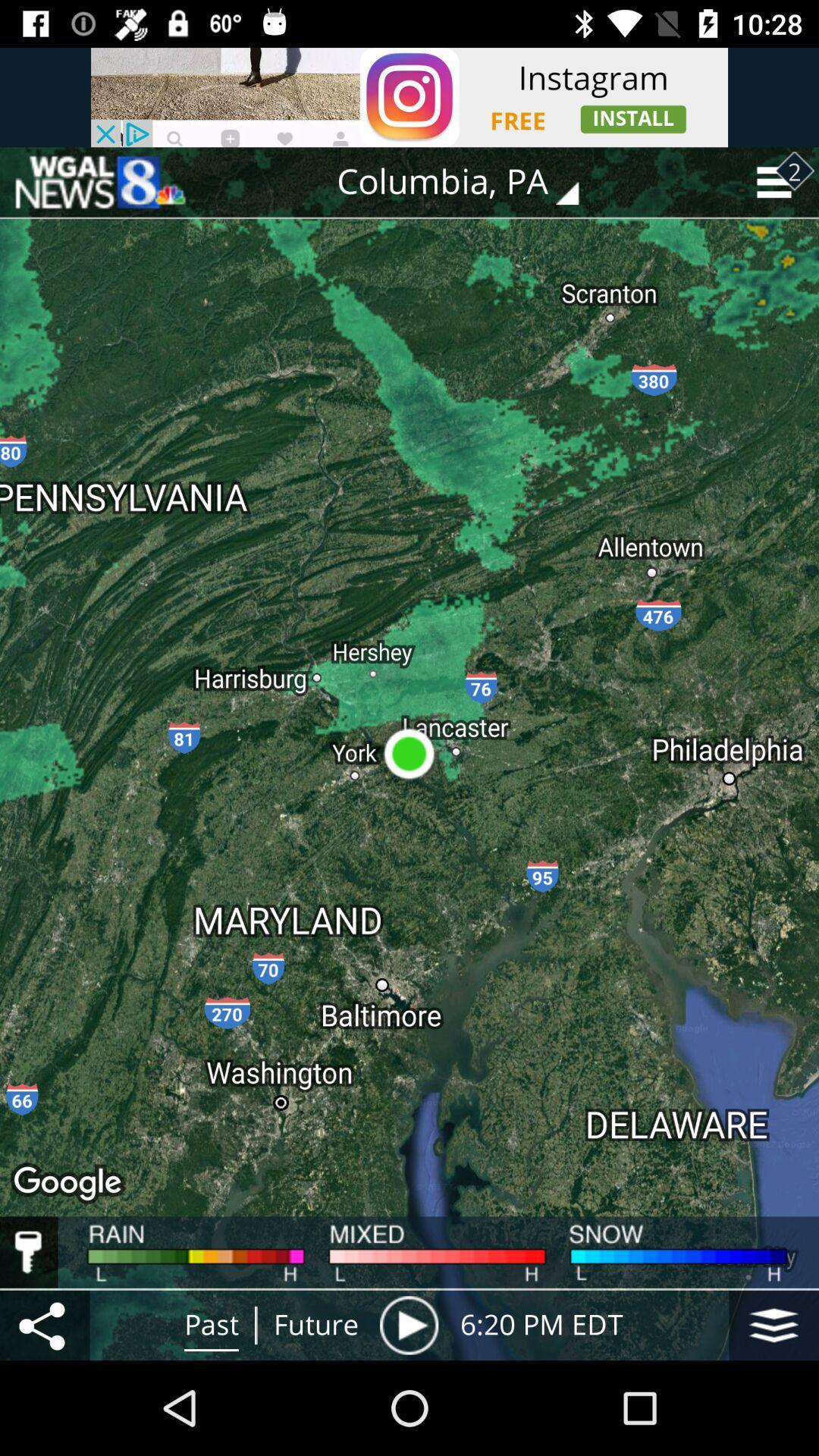 The width and height of the screenshot is (819, 1456). What do you see at coordinates (29, 1252) in the screenshot?
I see `password button` at bounding box center [29, 1252].